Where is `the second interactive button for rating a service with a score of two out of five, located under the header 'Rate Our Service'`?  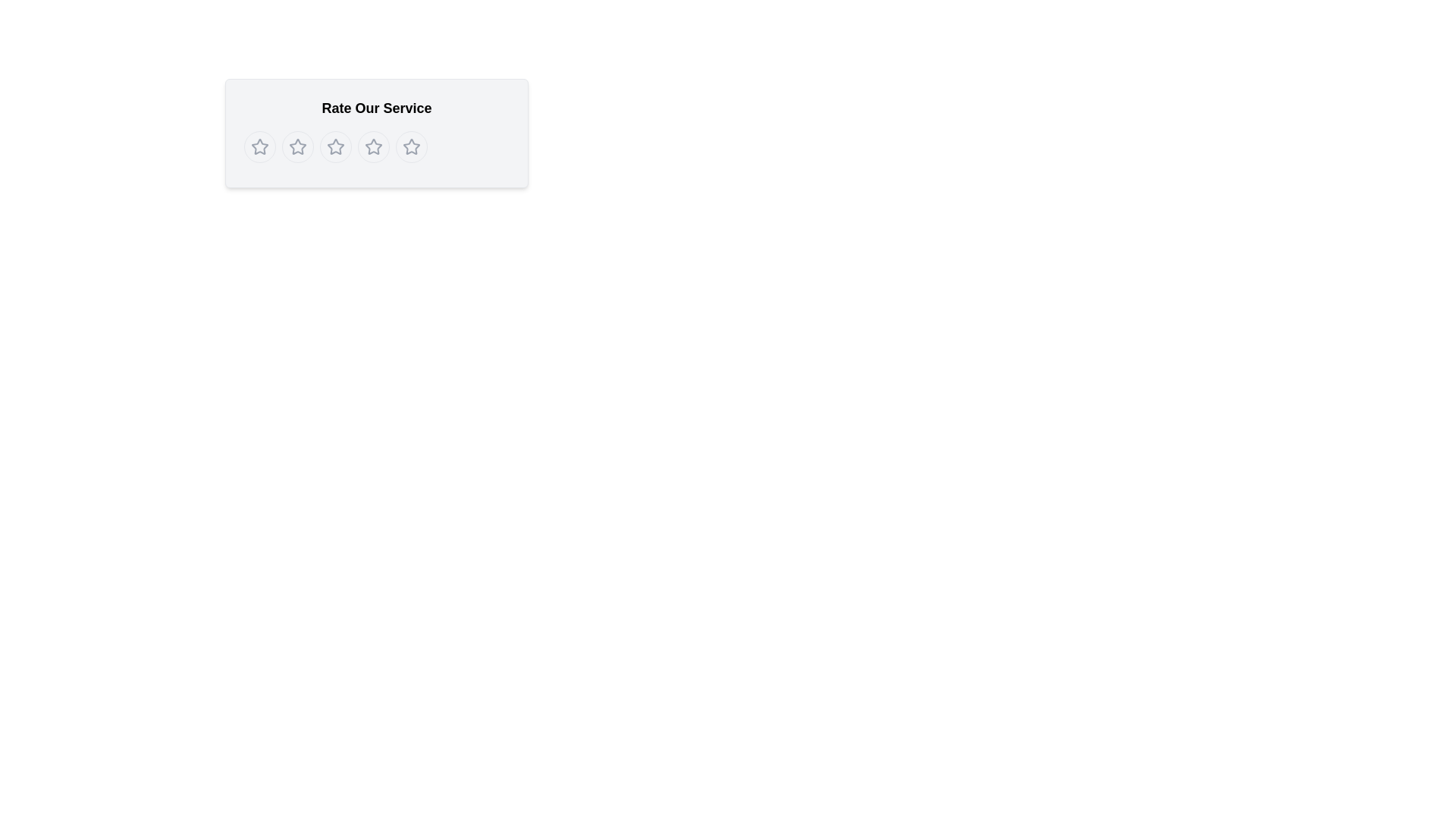 the second interactive button for rating a service with a score of two out of five, located under the header 'Rate Our Service' is located at coordinates (298, 146).